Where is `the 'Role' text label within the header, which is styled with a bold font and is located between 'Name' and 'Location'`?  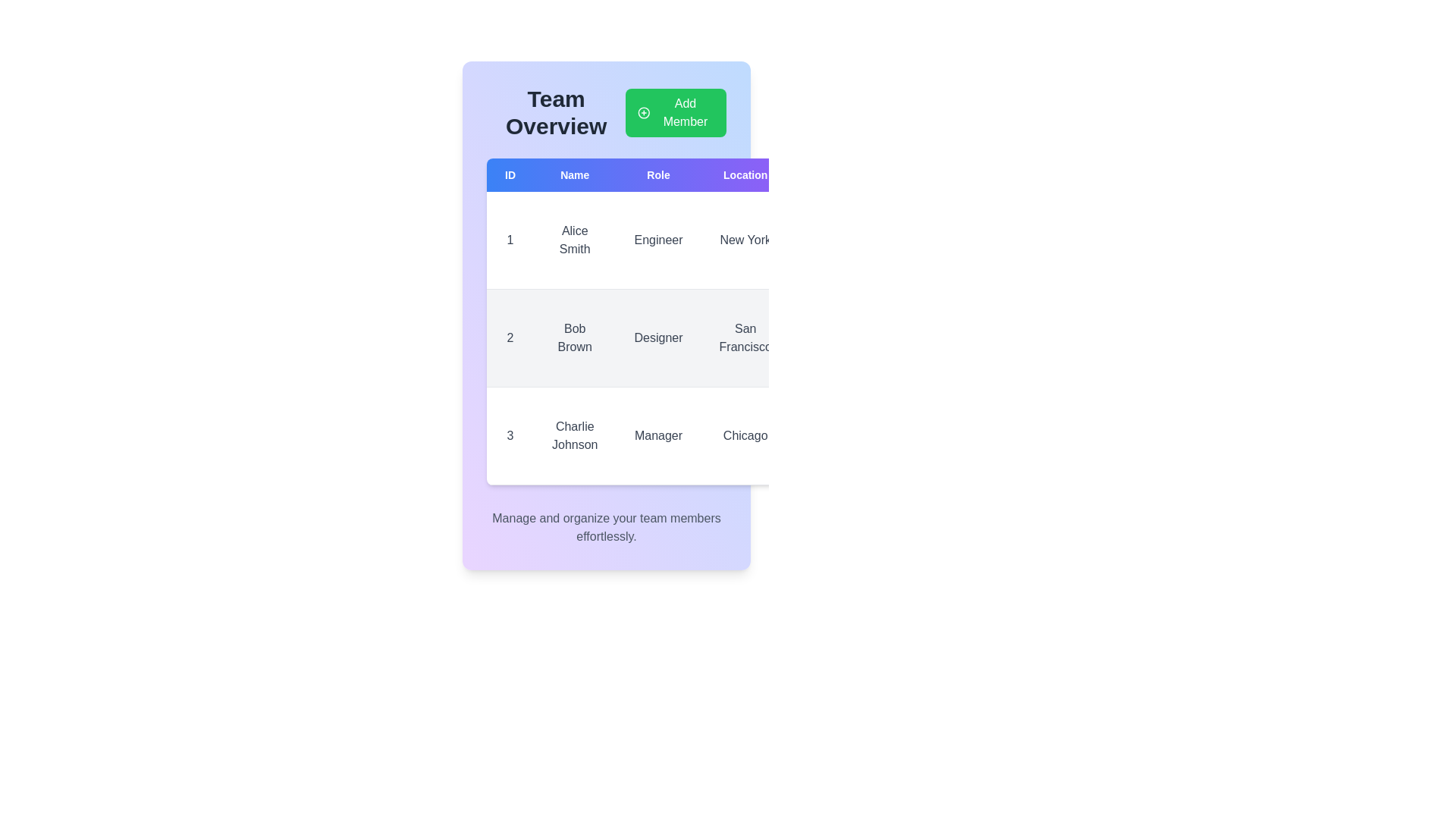 the 'Role' text label within the header, which is styled with a bold font and is located between 'Name' and 'Location' is located at coordinates (658, 174).